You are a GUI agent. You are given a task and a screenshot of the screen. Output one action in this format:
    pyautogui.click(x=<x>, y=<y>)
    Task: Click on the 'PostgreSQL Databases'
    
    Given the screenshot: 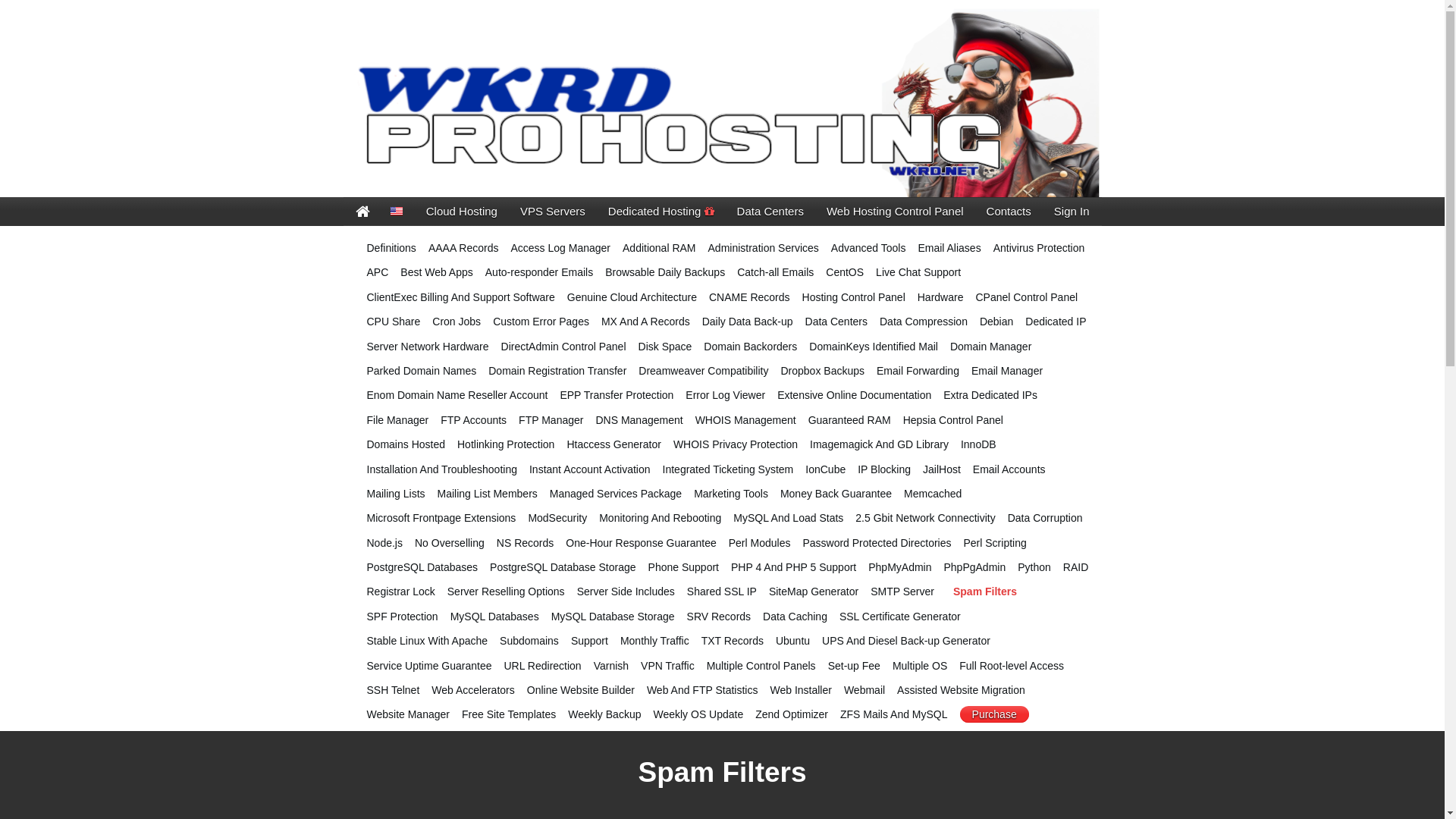 What is the action you would take?
    pyautogui.click(x=422, y=567)
    